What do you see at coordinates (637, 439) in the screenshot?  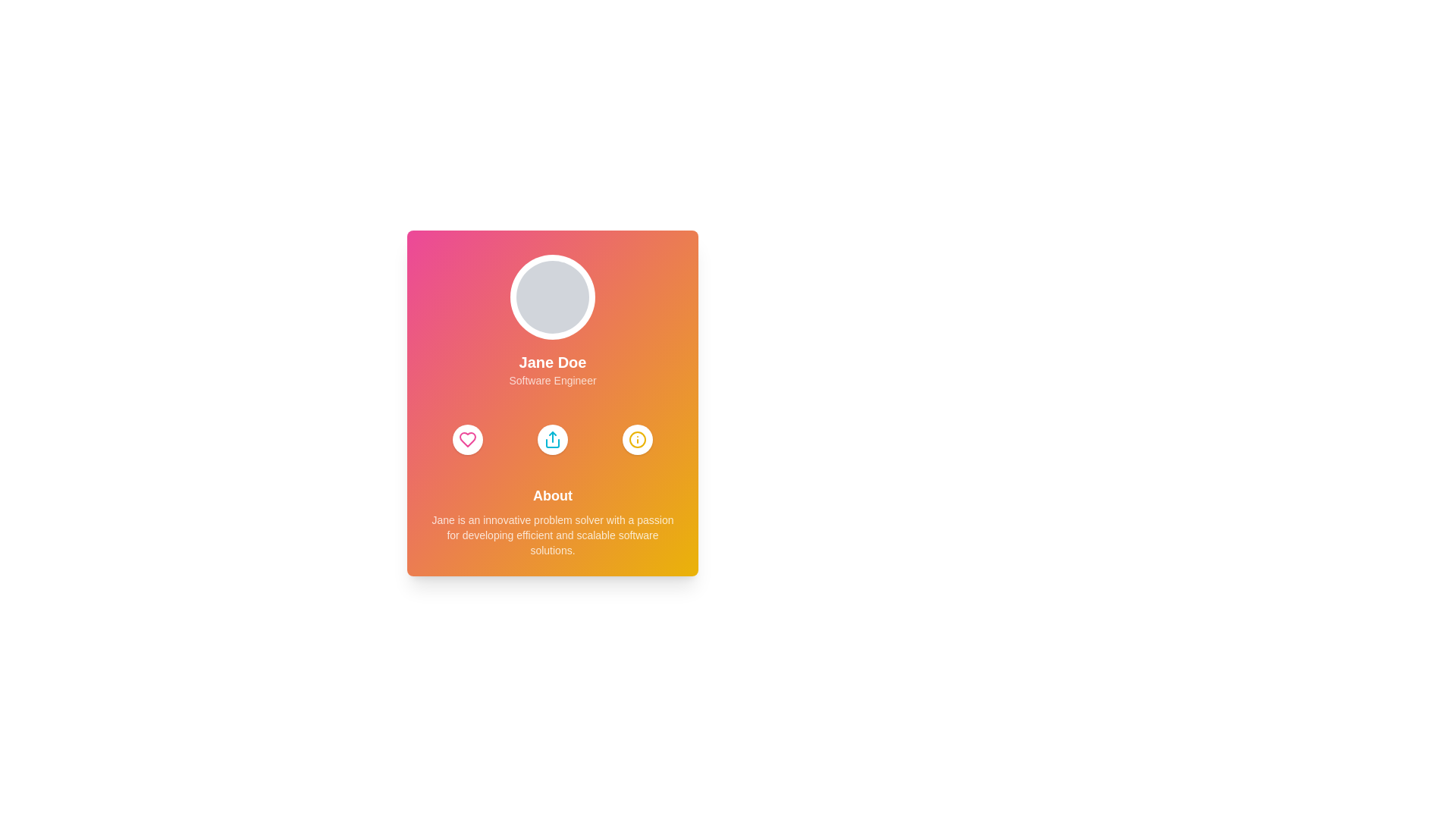 I see `the circular element with a yellow border, located at the center of an information or help icon below the user's profile section` at bounding box center [637, 439].